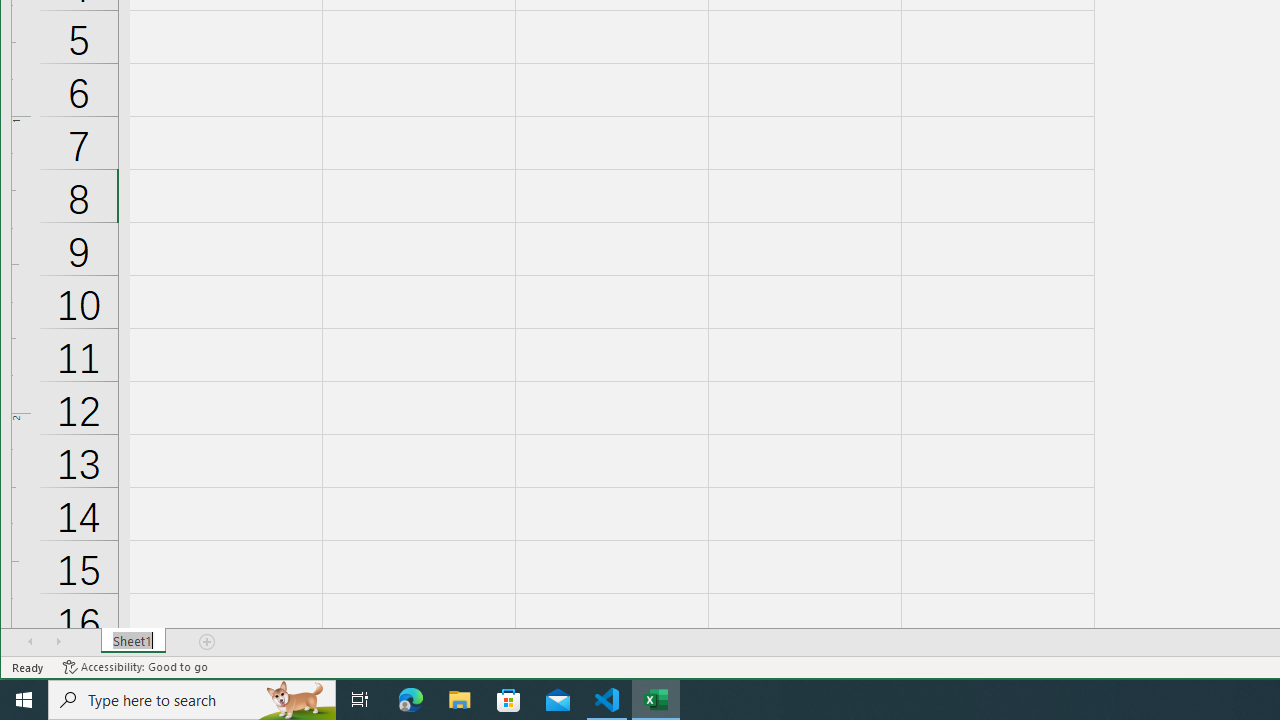 This screenshot has width=1280, height=720. What do you see at coordinates (410, 698) in the screenshot?
I see `'Microsoft Edge'` at bounding box center [410, 698].